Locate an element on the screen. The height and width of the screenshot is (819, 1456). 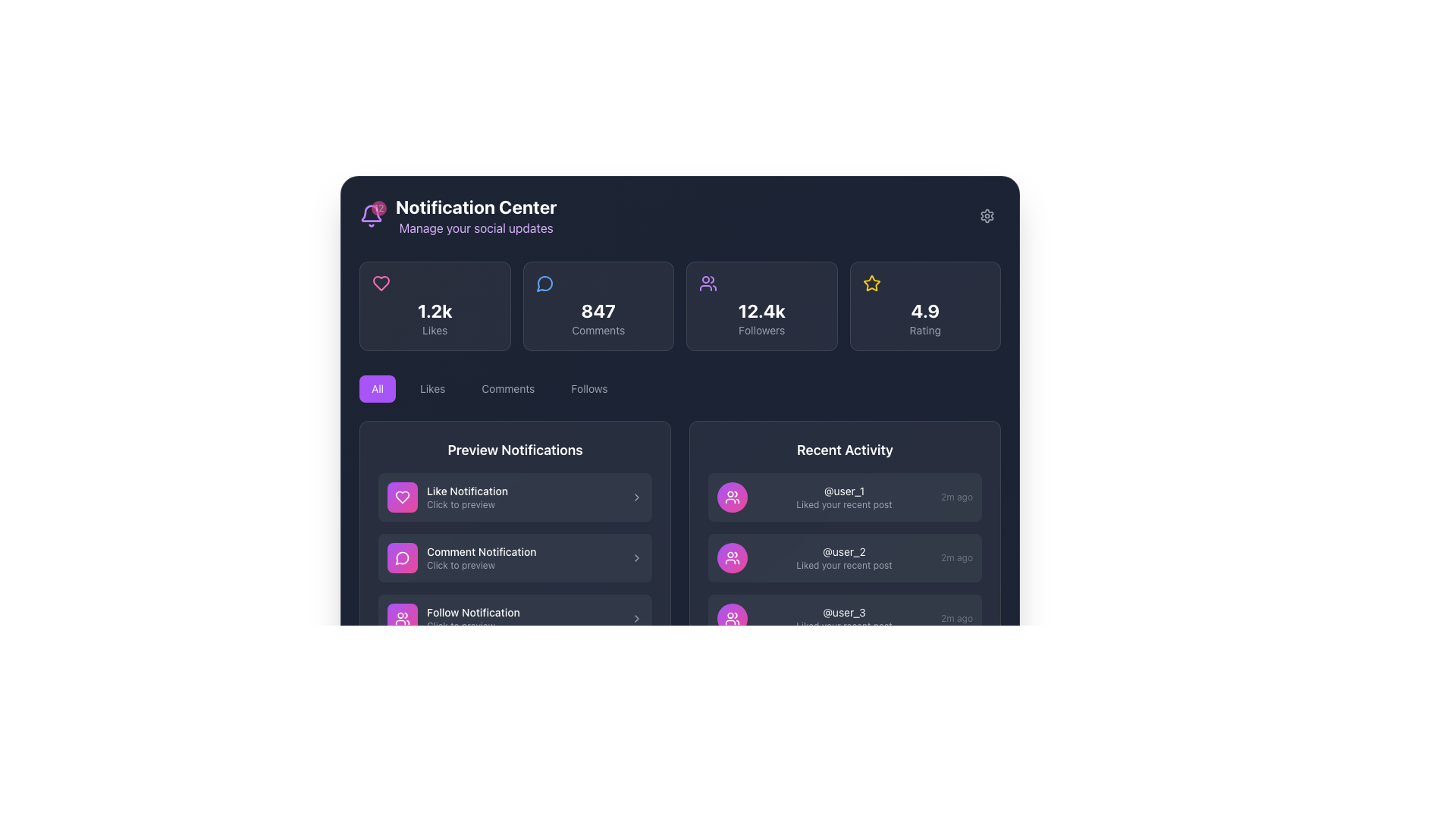
notification content displayed in the second notification entry from the top in the 'Recent Activity' section on the right-hand side of the interface is located at coordinates (844, 587).